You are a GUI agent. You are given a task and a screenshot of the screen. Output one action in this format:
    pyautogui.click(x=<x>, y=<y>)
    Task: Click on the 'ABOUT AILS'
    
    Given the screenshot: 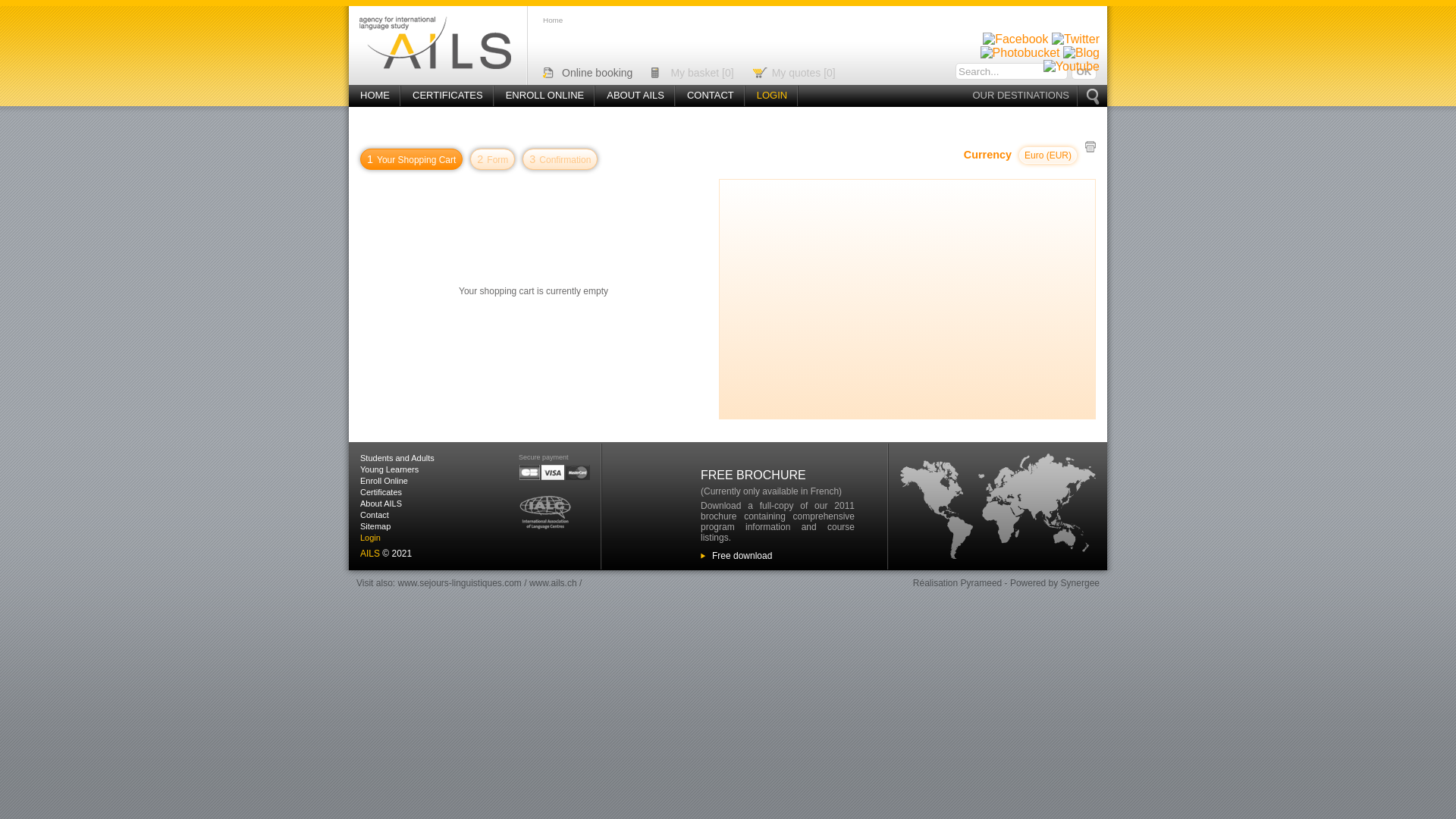 What is the action you would take?
    pyautogui.click(x=635, y=96)
    